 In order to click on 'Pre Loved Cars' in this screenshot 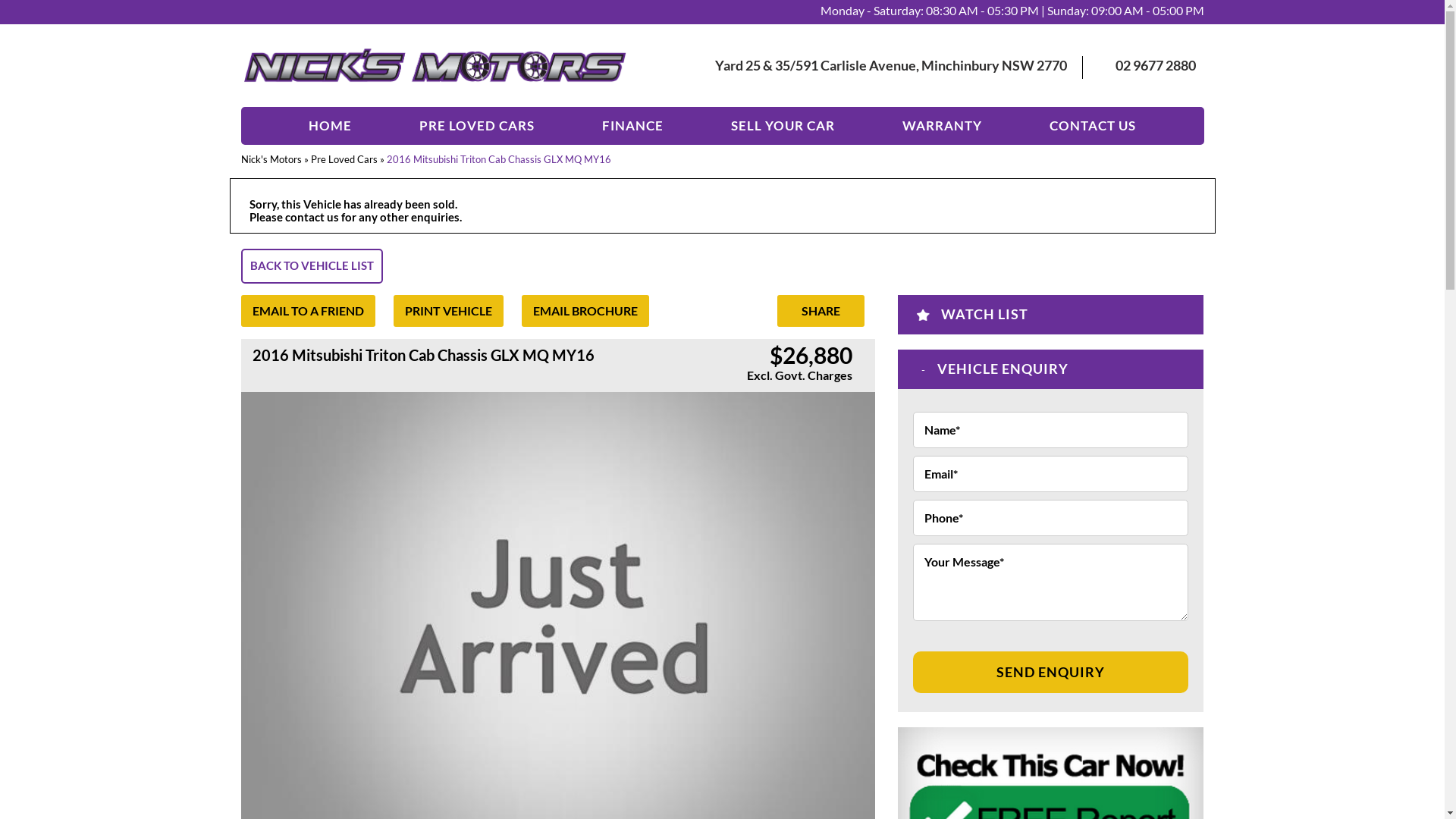, I will do `click(344, 158)`.